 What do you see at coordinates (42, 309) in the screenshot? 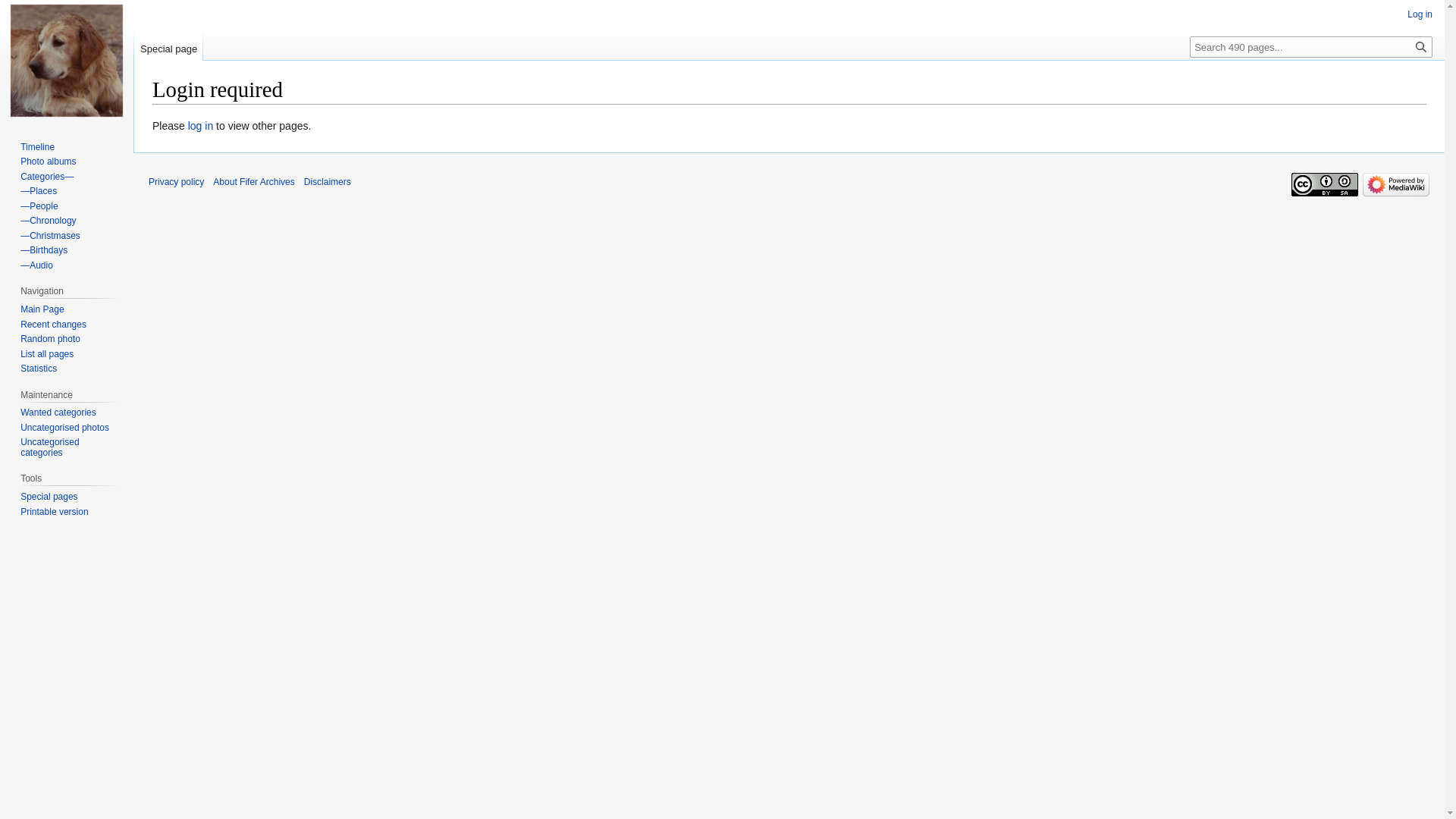
I see `'Main Page'` at bounding box center [42, 309].